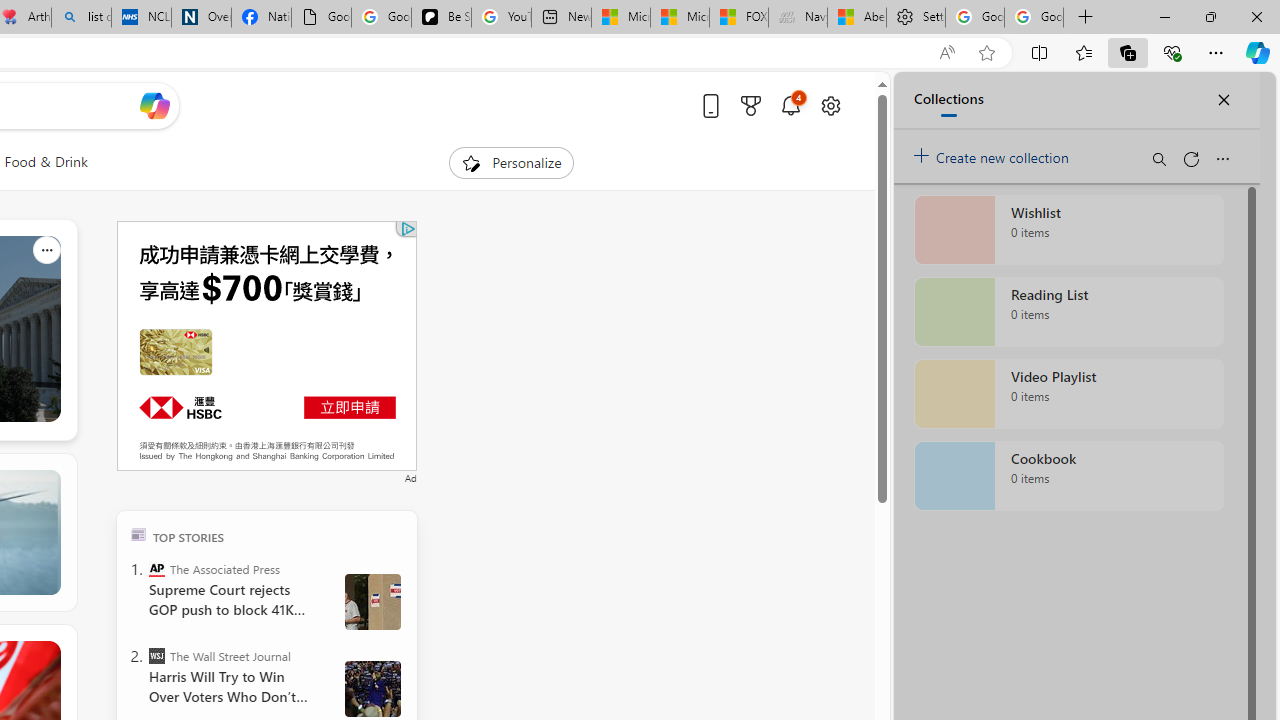 The width and height of the screenshot is (1280, 720). I want to click on 'Navy Quest', so click(797, 17).